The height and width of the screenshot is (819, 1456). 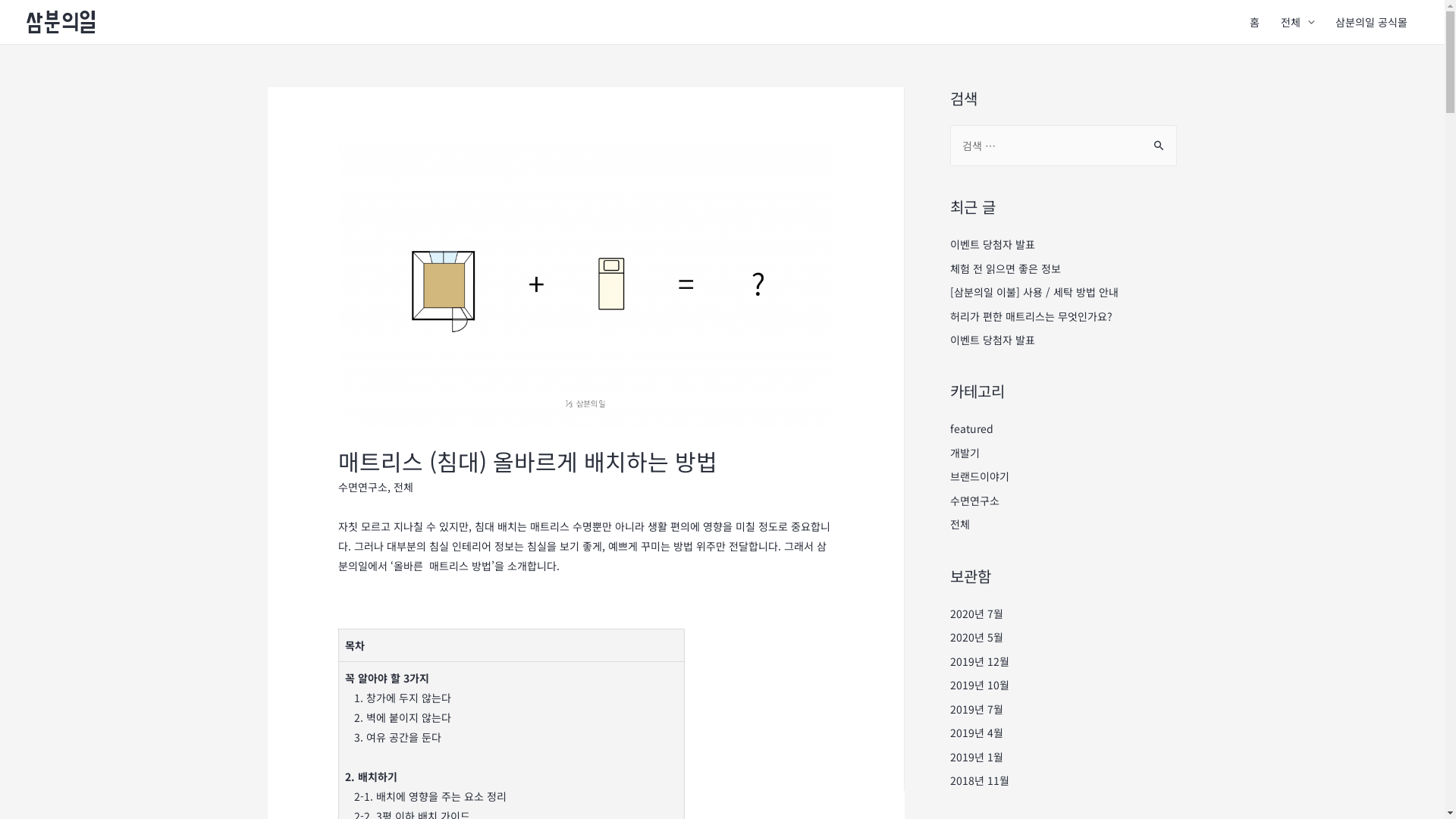 What do you see at coordinates (971, 428) in the screenshot?
I see `'featured'` at bounding box center [971, 428].